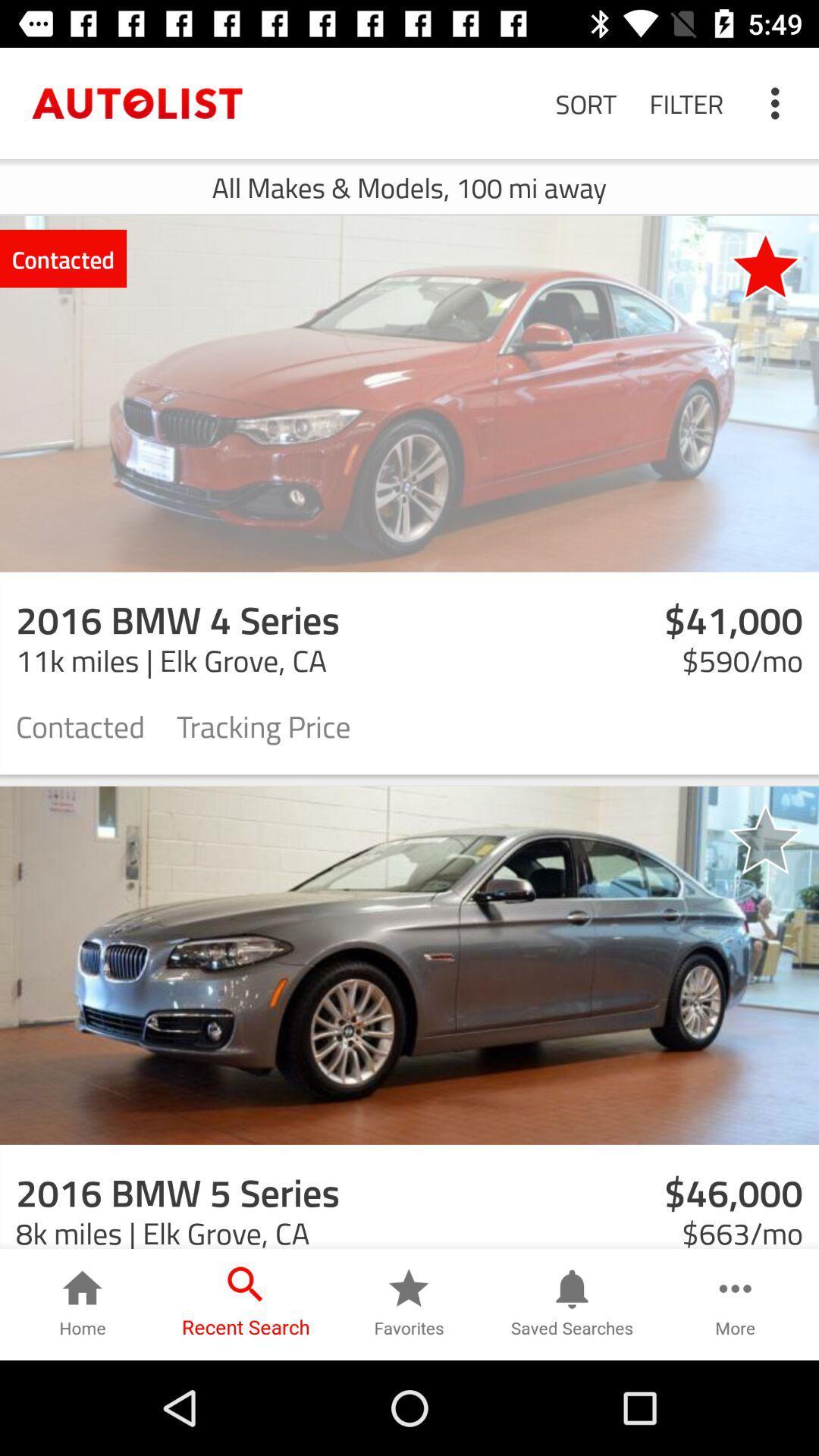 The width and height of the screenshot is (819, 1456). I want to click on item to the left of $590/mo item, so click(262, 724).